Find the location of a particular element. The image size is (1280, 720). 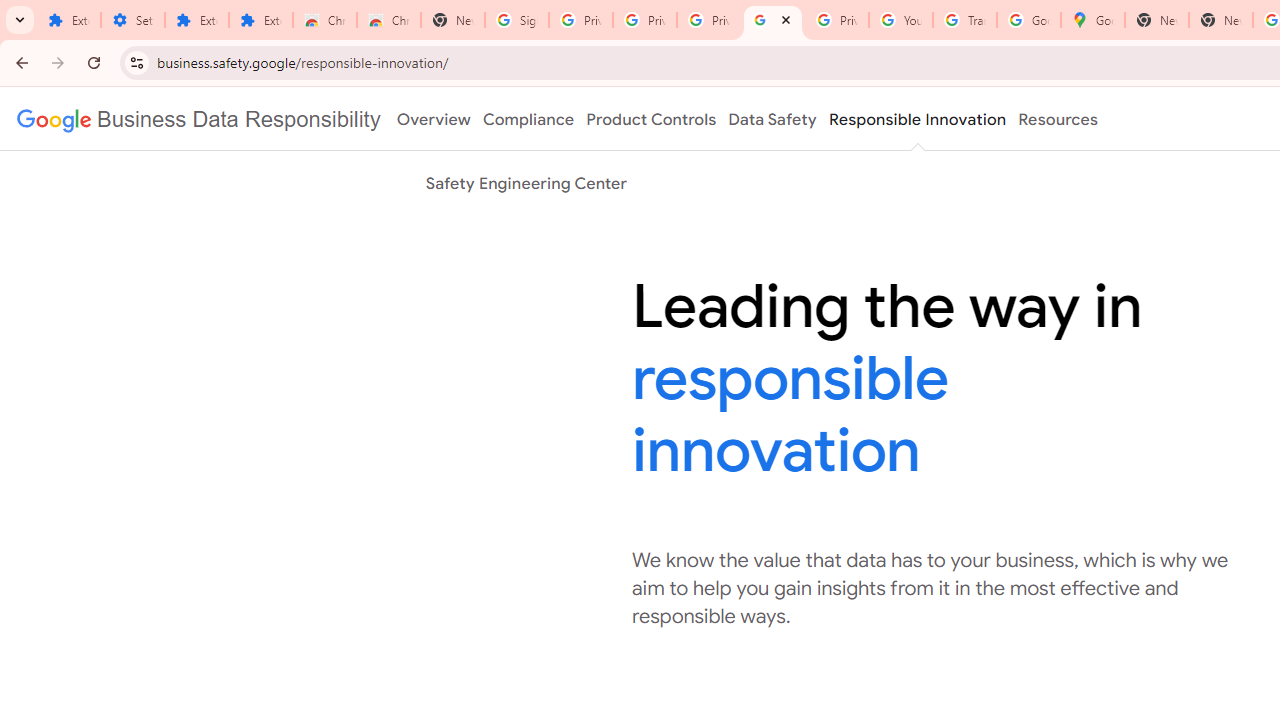

'Chrome Web Store - Themes' is located at coordinates (389, 20).